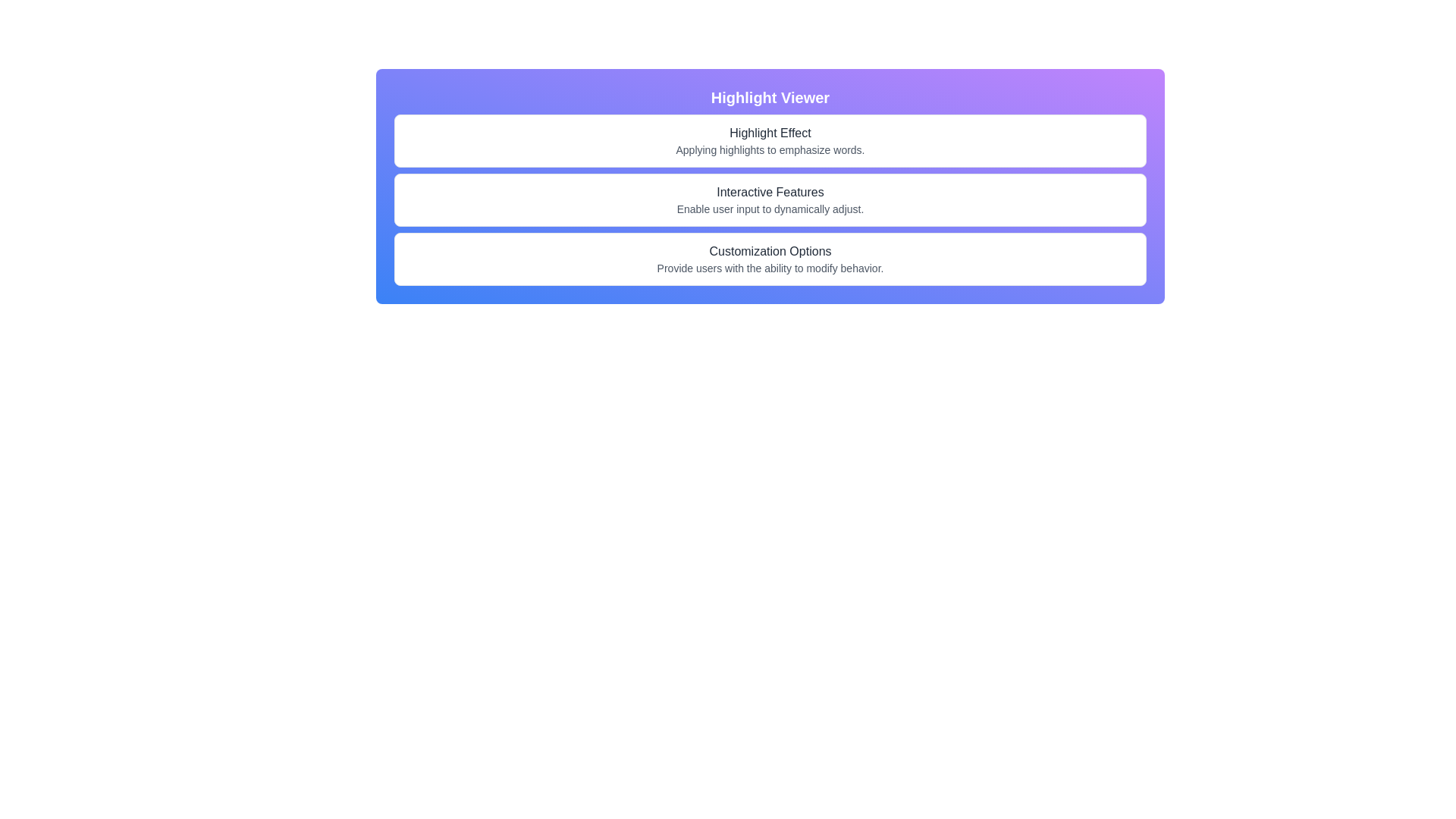 Image resolution: width=1456 pixels, height=819 pixels. I want to click on the letter 't' in the word 'Customization' within the text 'Customization Options', which is styled with an underline hover effect, so click(733, 250).